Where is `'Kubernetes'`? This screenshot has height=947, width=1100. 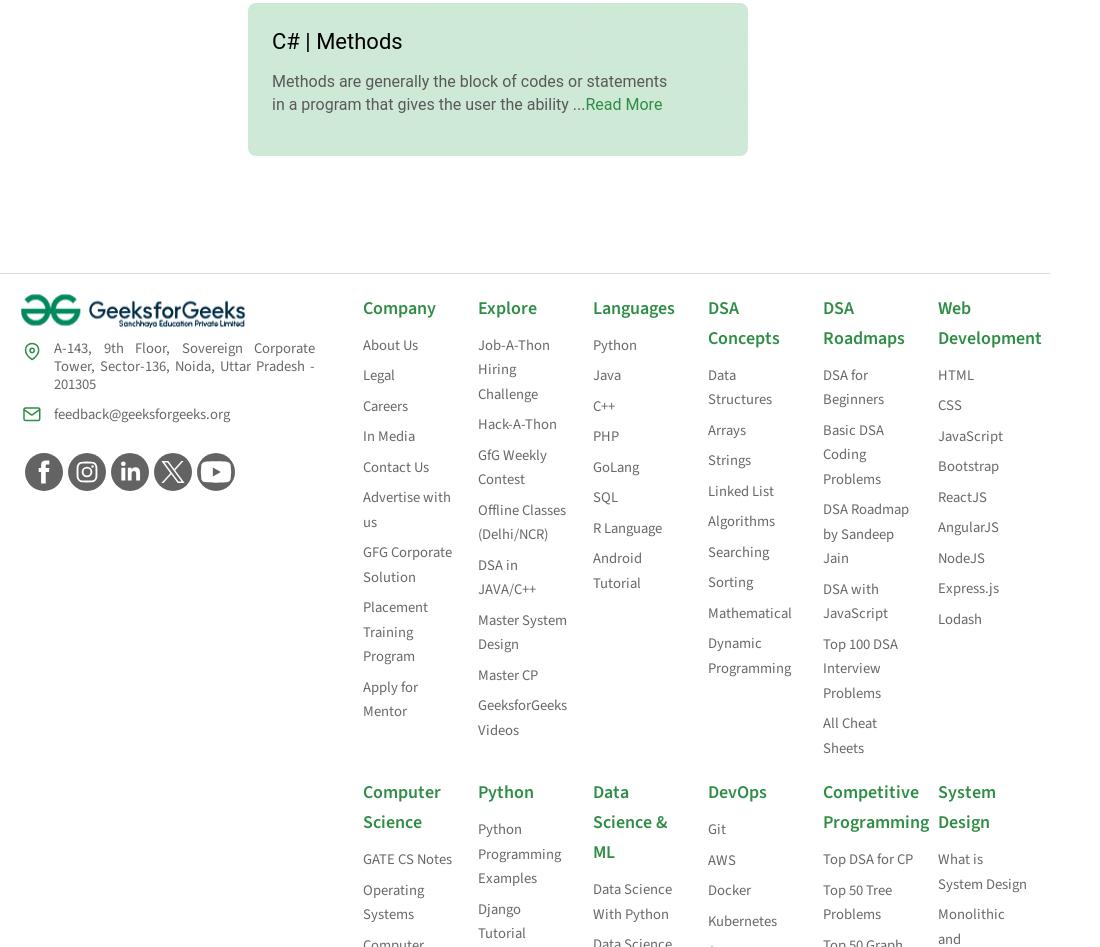
'Kubernetes' is located at coordinates (706, 919).